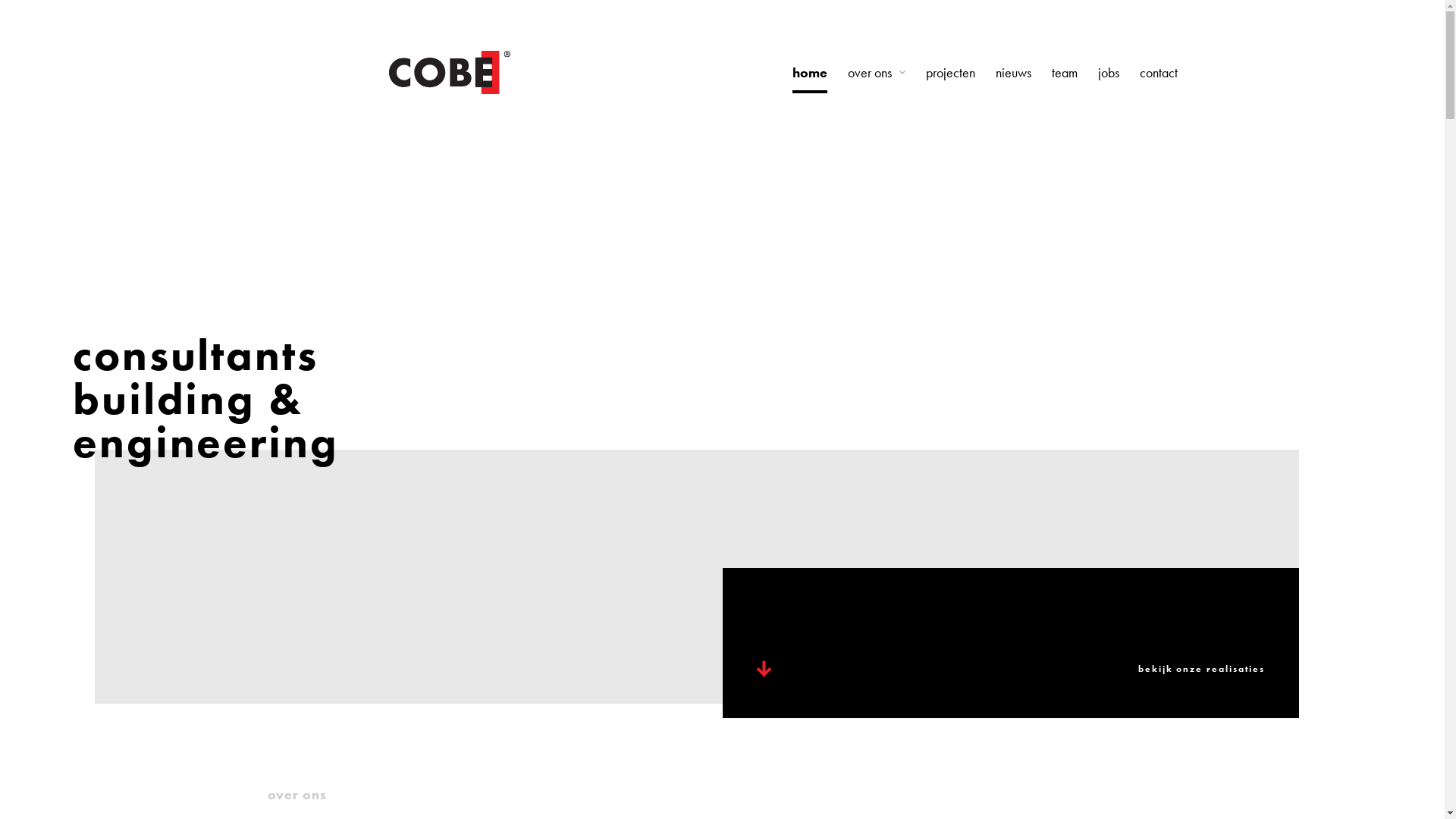 The height and width of the screenshot is (819, 1456). What do you see at coordinates (1010, 643) in the screenshot?
I see `'bekijk onze realisaties'` at bounding box center [1010, 643].